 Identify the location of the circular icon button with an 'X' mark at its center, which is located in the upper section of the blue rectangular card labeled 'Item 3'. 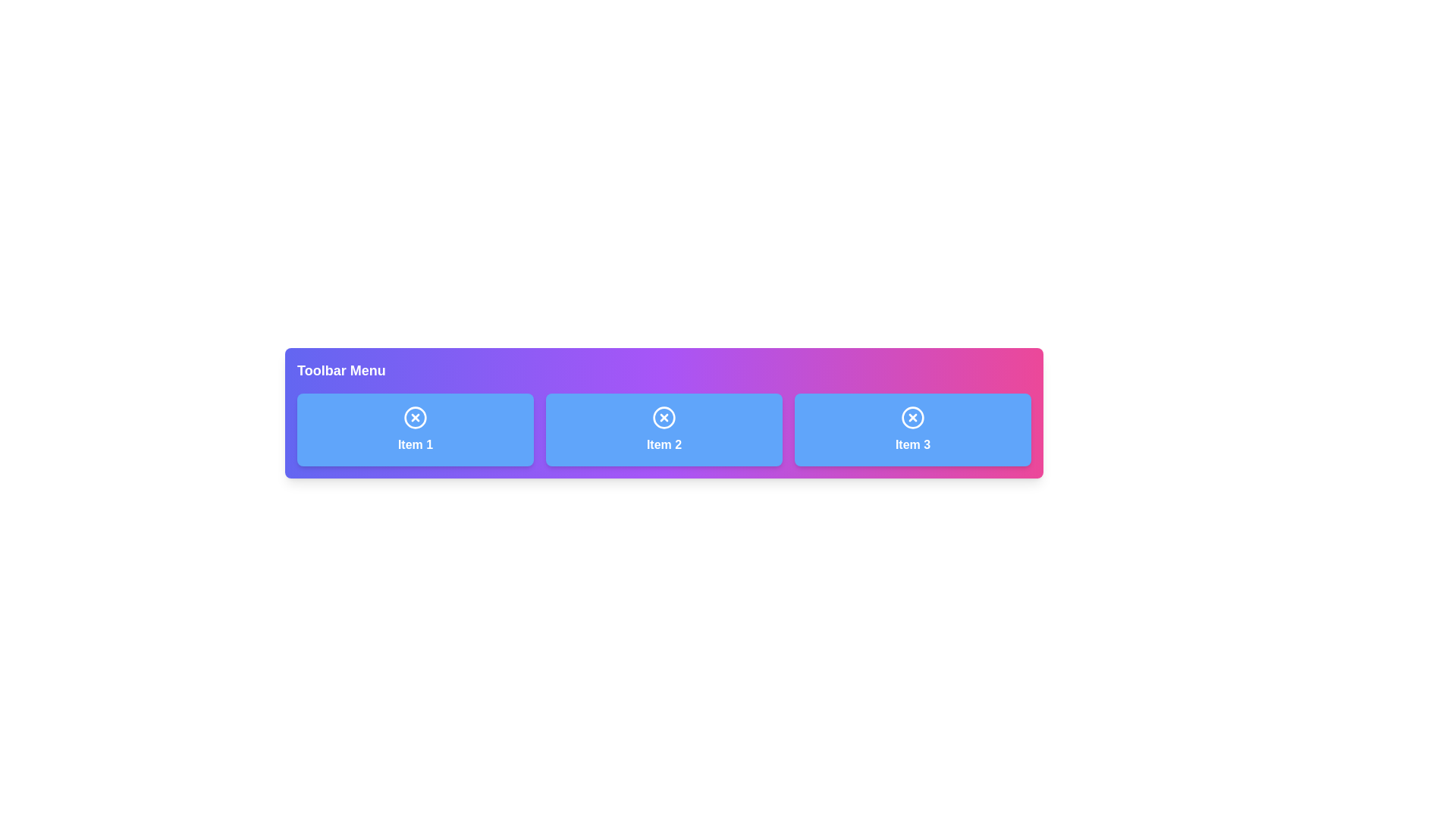
(912, 418).